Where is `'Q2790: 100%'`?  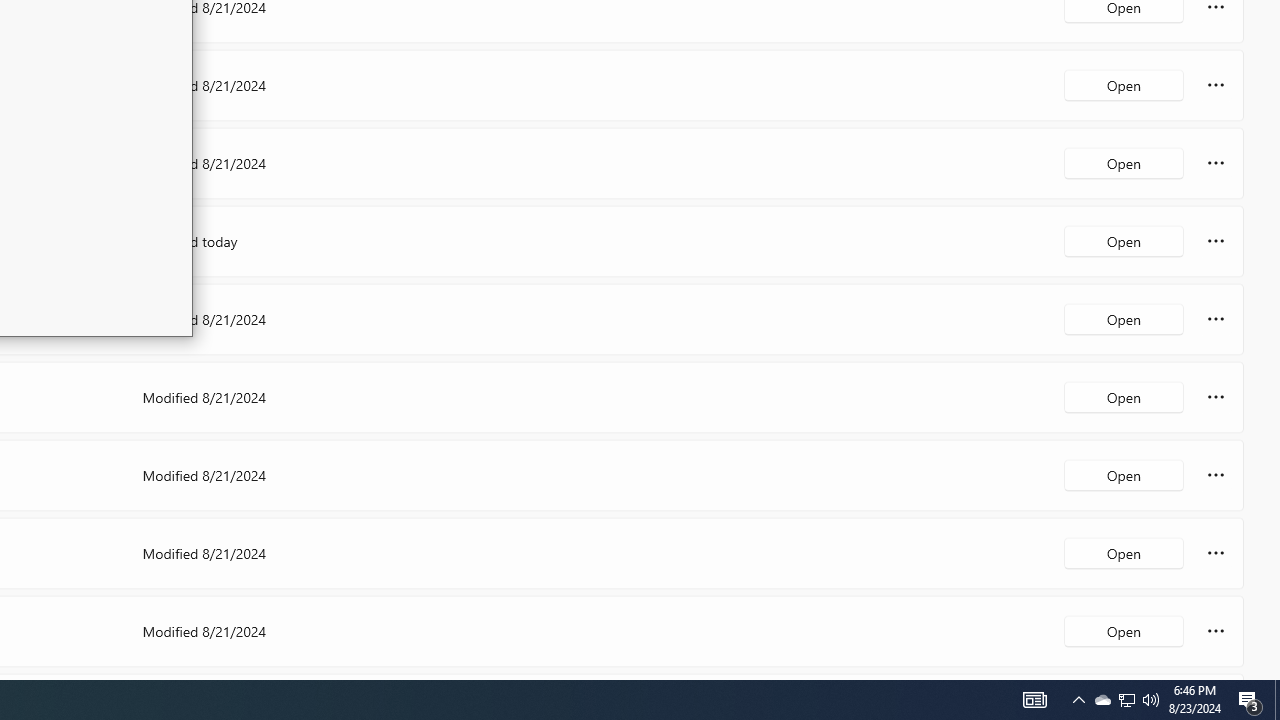
'Q2790: 100%' is located at coordinates (1151, 698).